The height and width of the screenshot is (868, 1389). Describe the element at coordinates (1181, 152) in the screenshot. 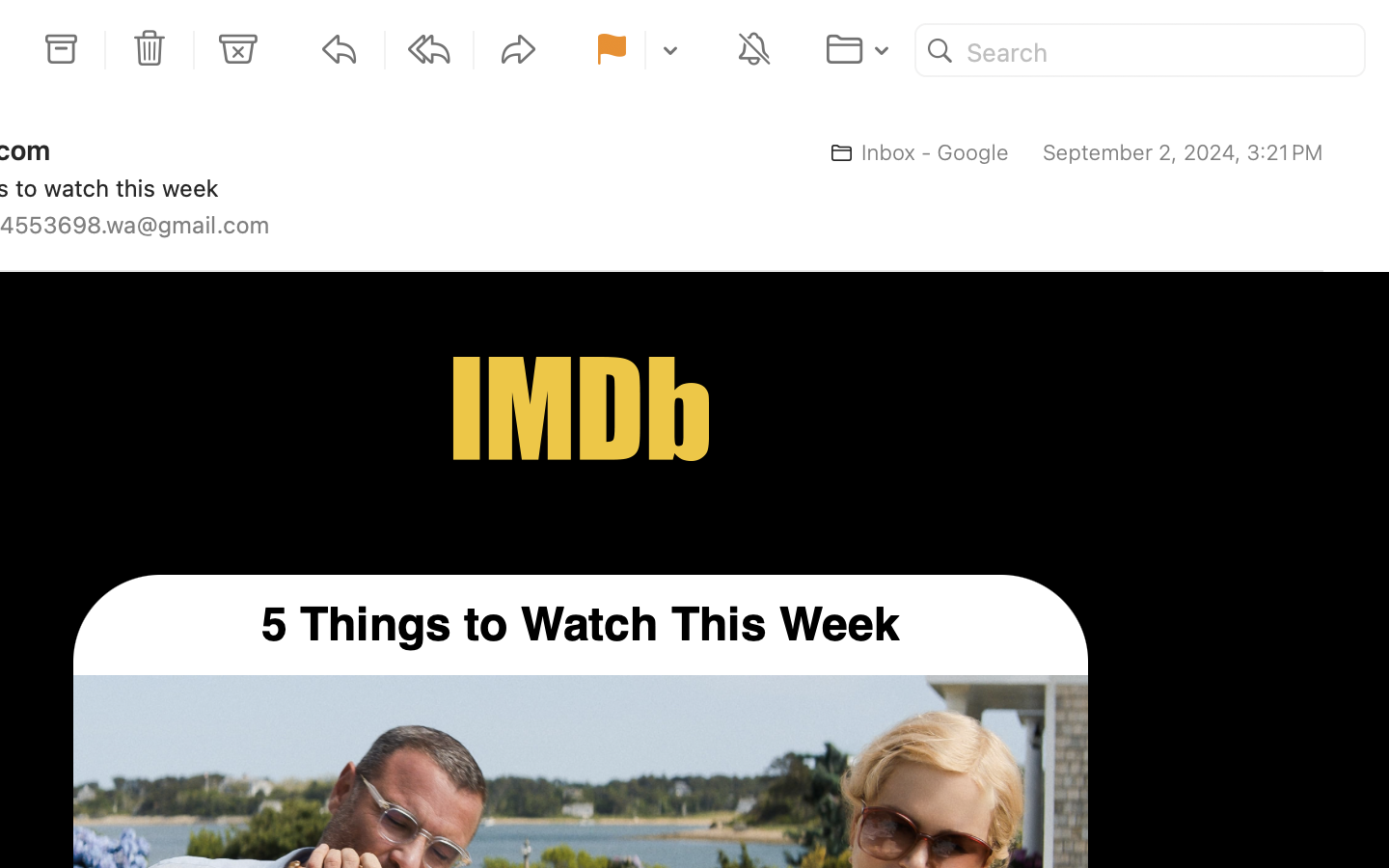

I see `'September 2, 2024, 3:21 PM'` at that location.